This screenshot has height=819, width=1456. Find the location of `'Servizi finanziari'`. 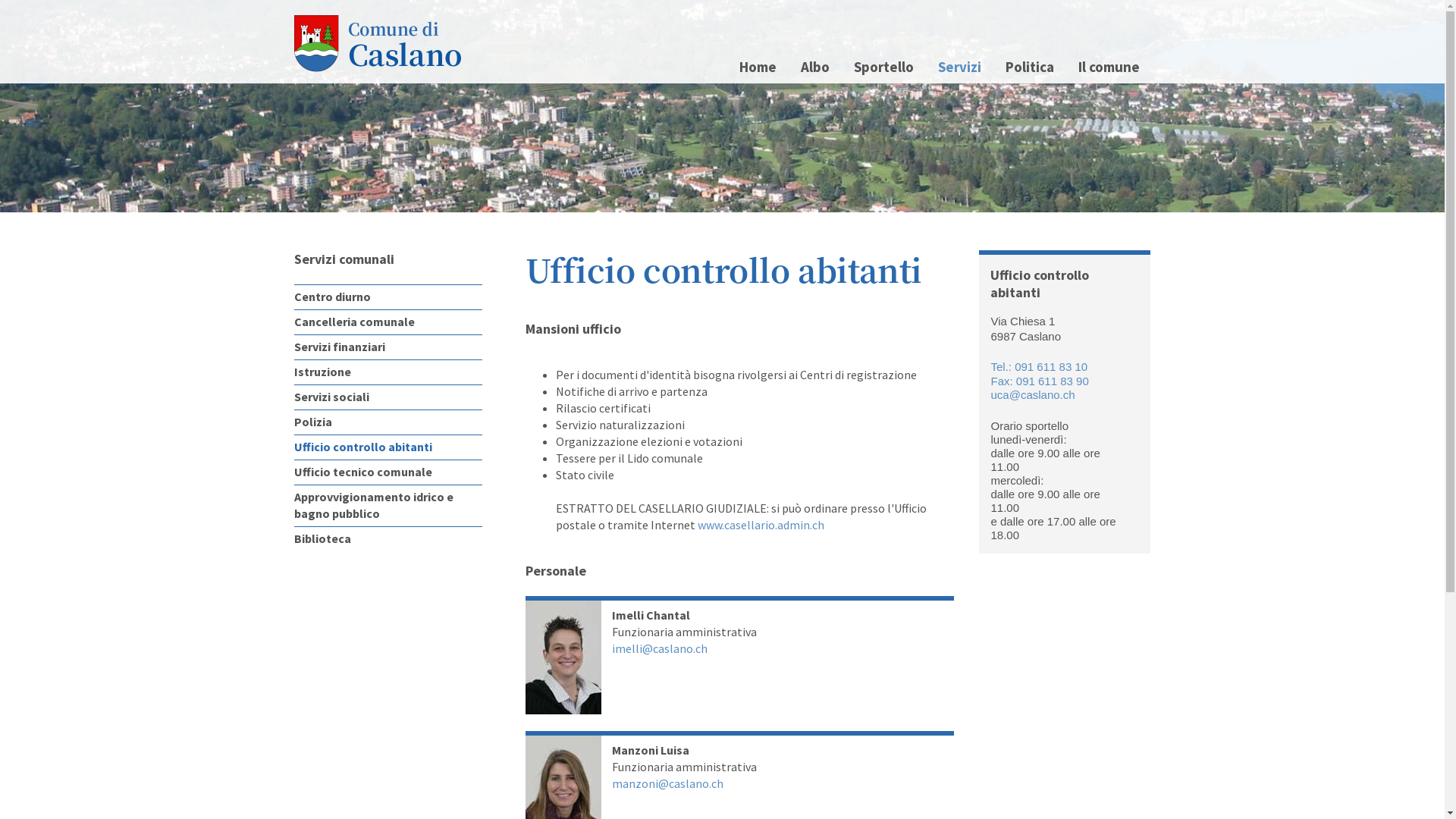

'Servizi finanziari' is located at coordinates (388, 347).